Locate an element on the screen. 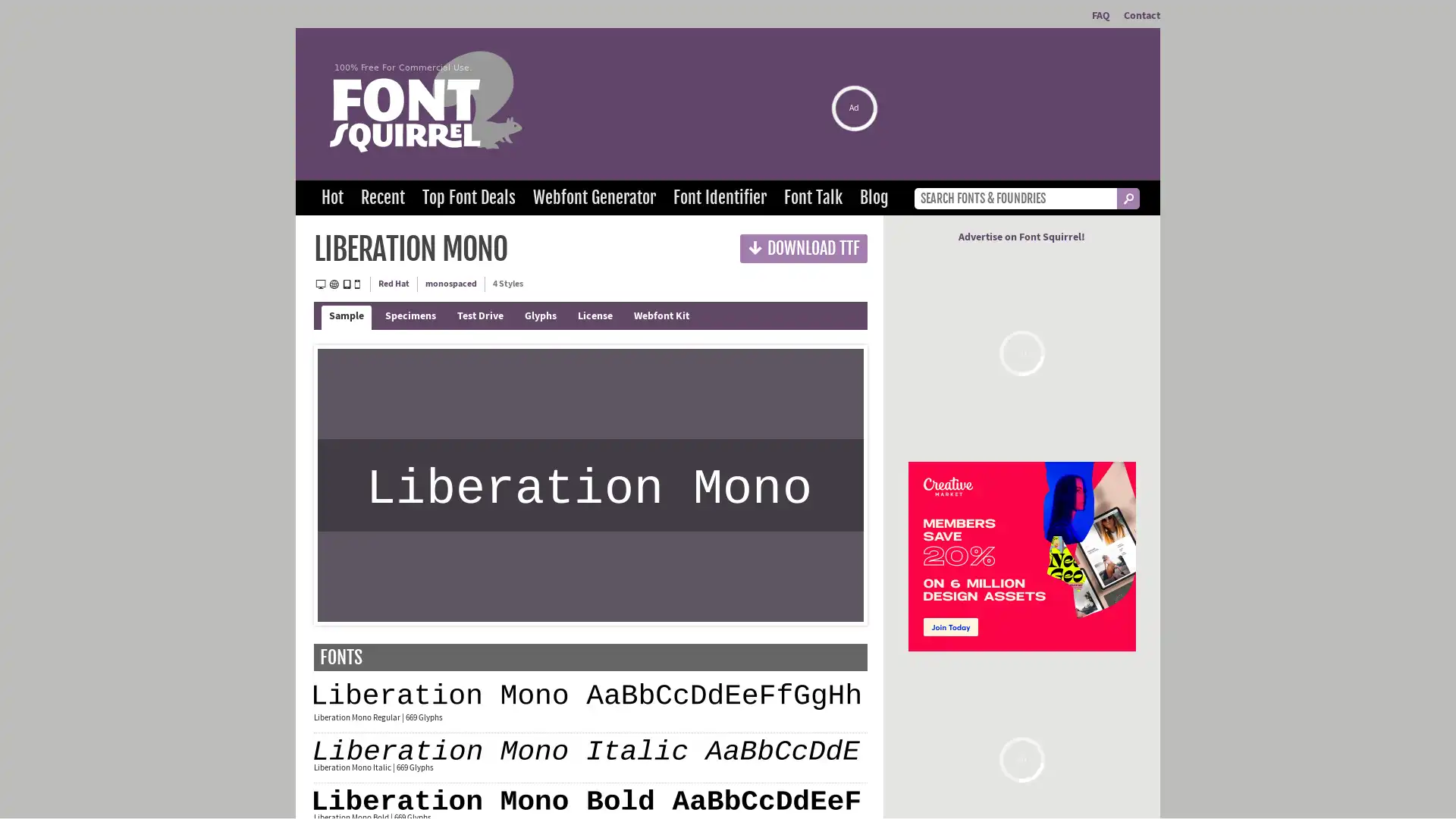 Image resolution: width=1456 pixels, height=819 pixels. _ is located at coordinates (1128, 198).